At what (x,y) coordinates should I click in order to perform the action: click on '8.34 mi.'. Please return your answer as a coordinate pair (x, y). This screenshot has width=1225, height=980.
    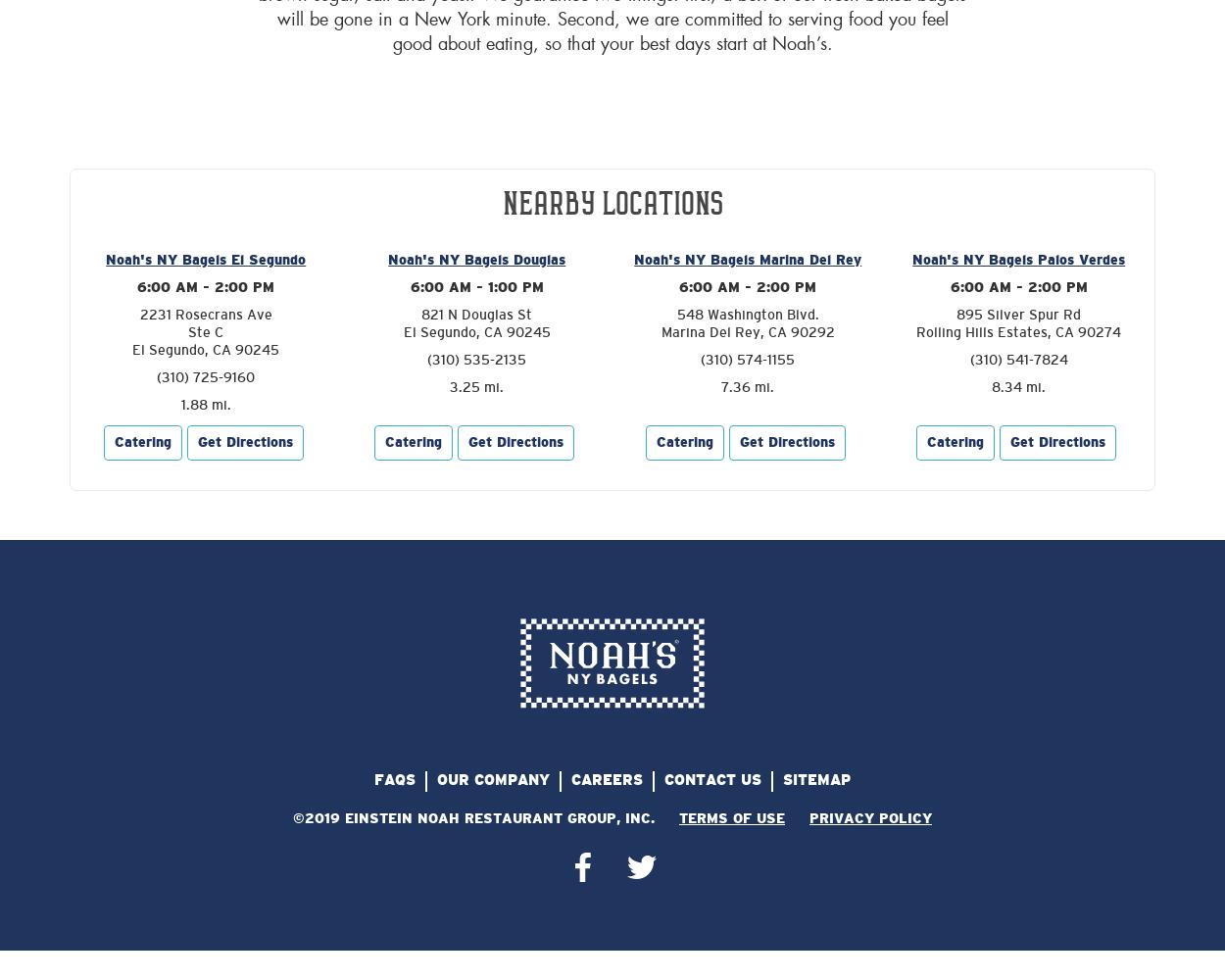
    Looking at the image, I should click on (1018, 387).